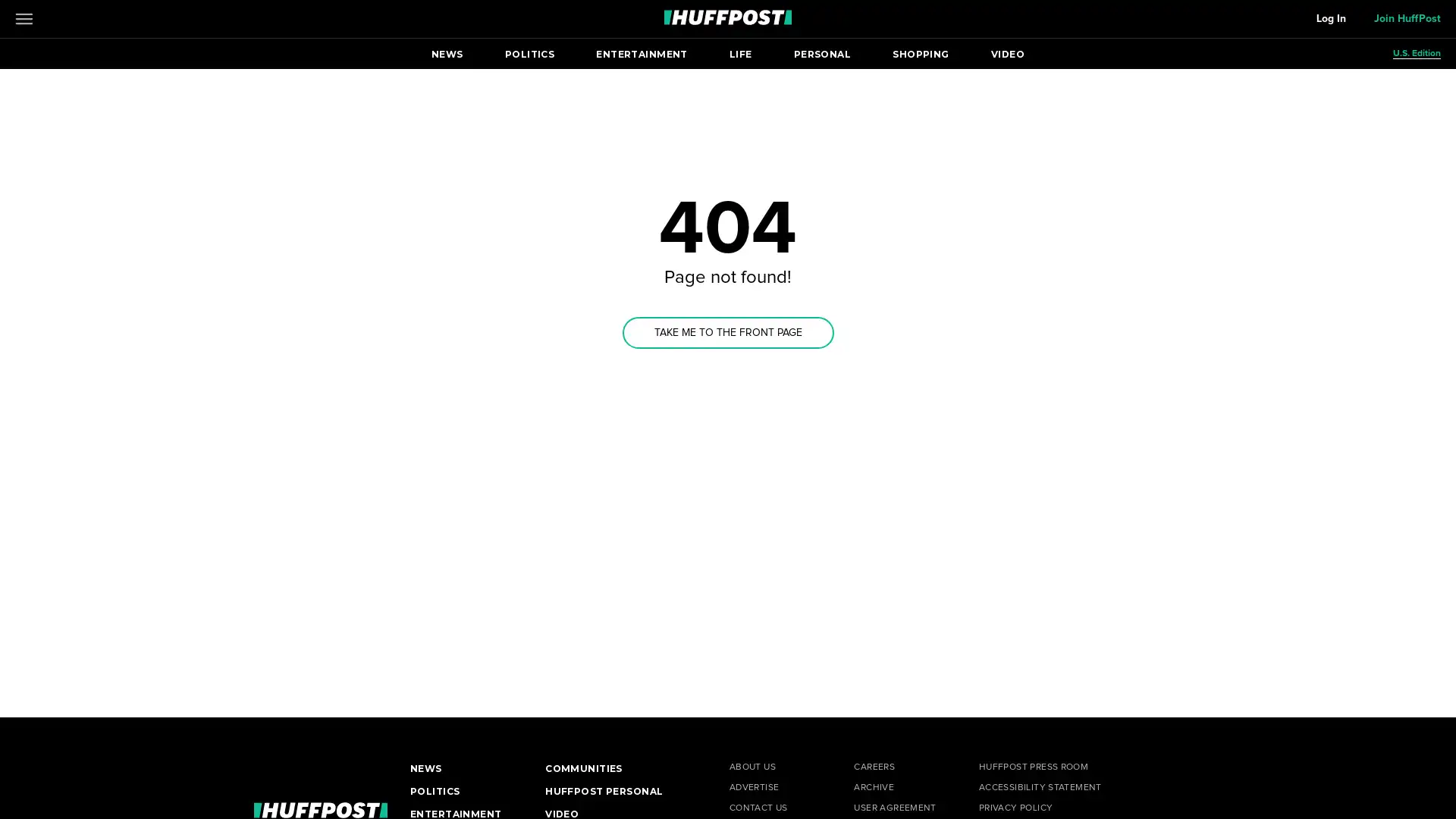 This screenshot has height=819, width=1456. What do you see at coordinates (728, 18) in the screenshot?
I see `Go to HuffPost News` at bounding box center [728, 18].